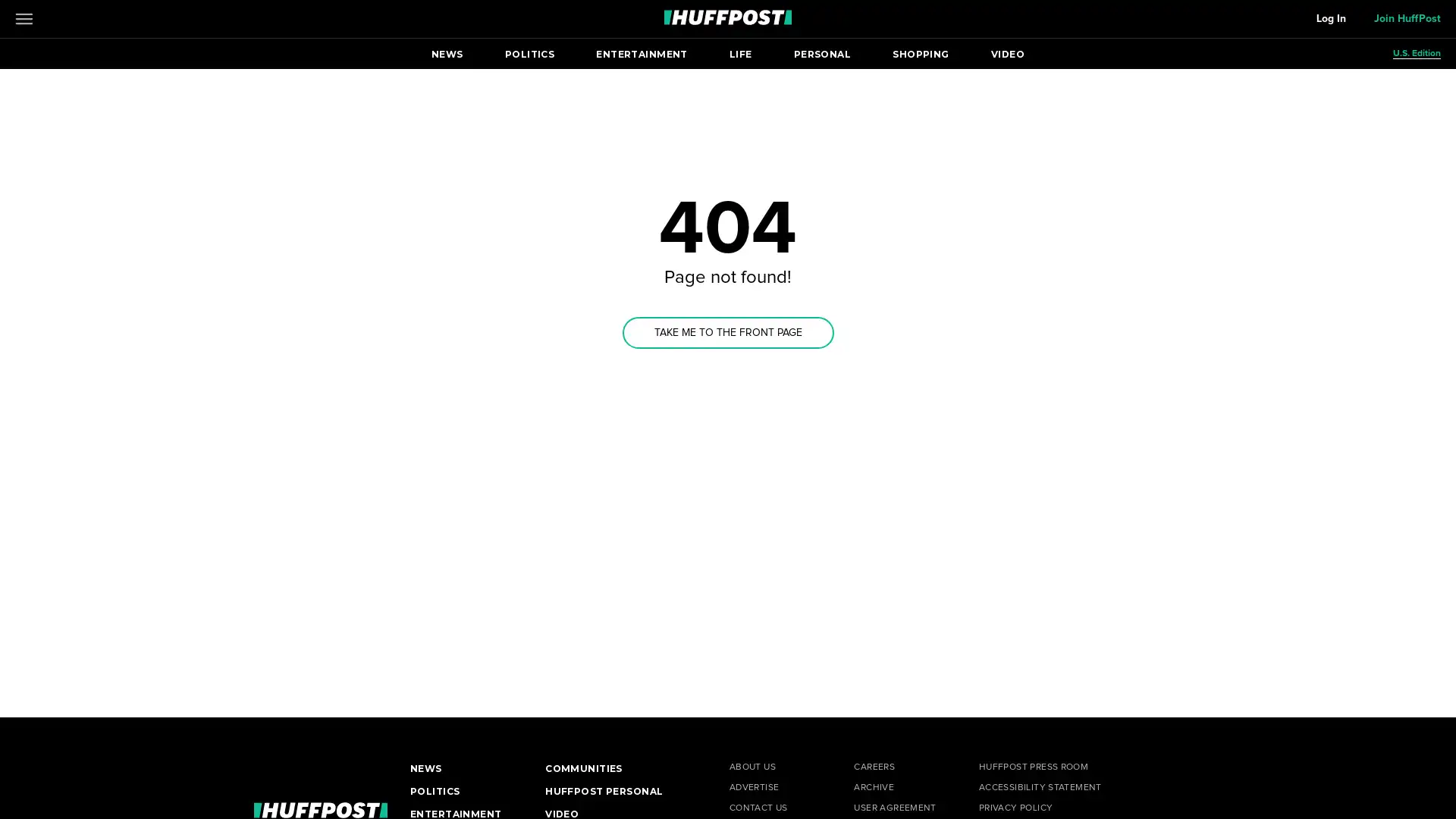 This screenshot has height=819, width=1456. What do you see at coordinates (728, 18) in the screenshot?
I see `Go to HuffPost News` at bounding box center [728, 18].